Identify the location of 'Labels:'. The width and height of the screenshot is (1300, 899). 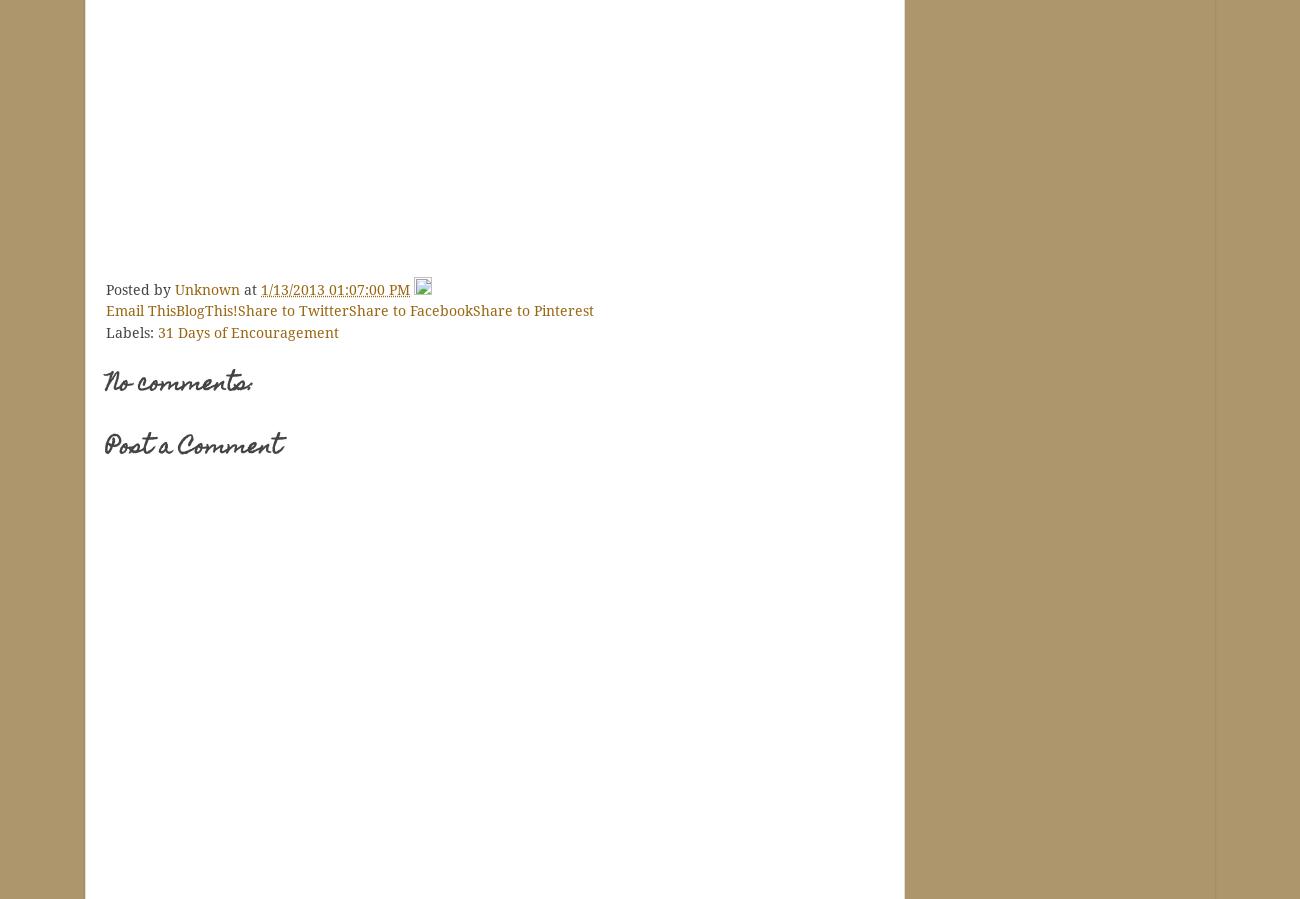
(130, 331).